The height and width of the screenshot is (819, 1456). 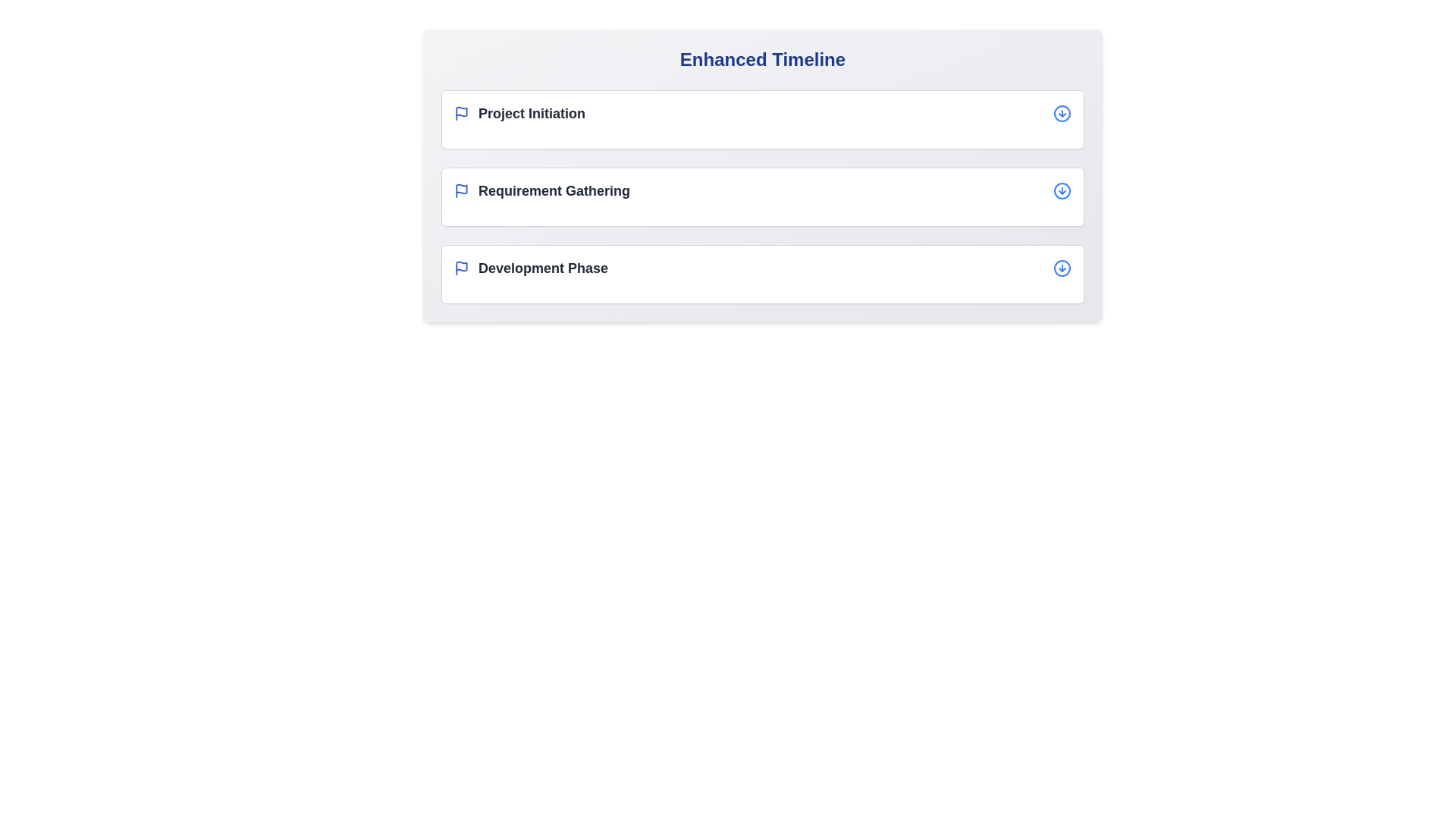 What do you see at coordinates (543, 268) in the screenshot?
I see `the text label reading 'Development Phase', which is styled in bold dark gray color and is the title of the third item in the vertically stacked list within the 'Enhanced Timeline' card` at bounding box center [543, 268].